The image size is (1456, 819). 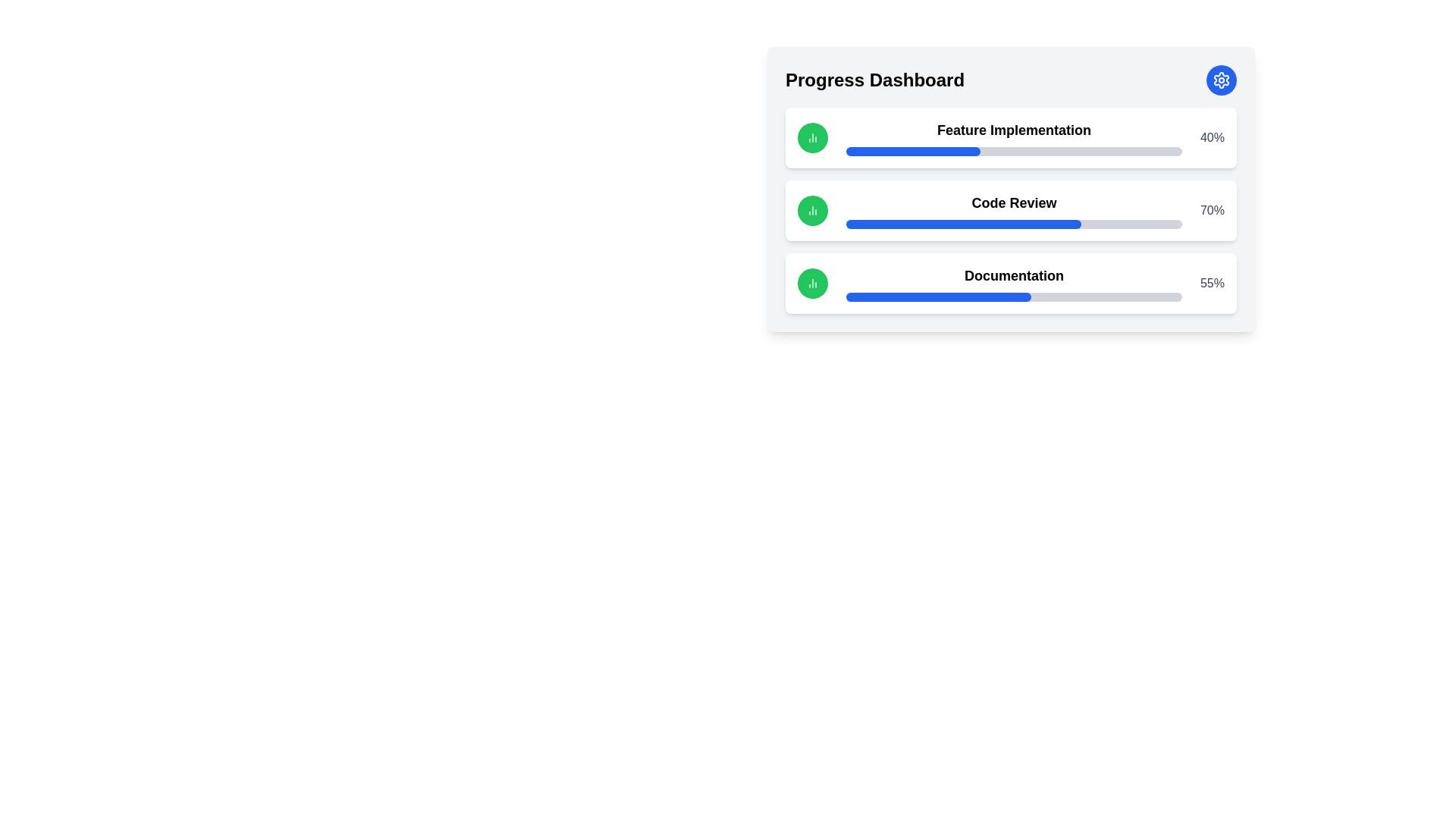 What do you see at coordinates (811, 137) in the screenshot?
I see `the topmost icon in the 'Feature Implementation' segment of the progress dashboard, which is represented as a symbolic icon inside a green circular background` at bounding box center [811, 137].